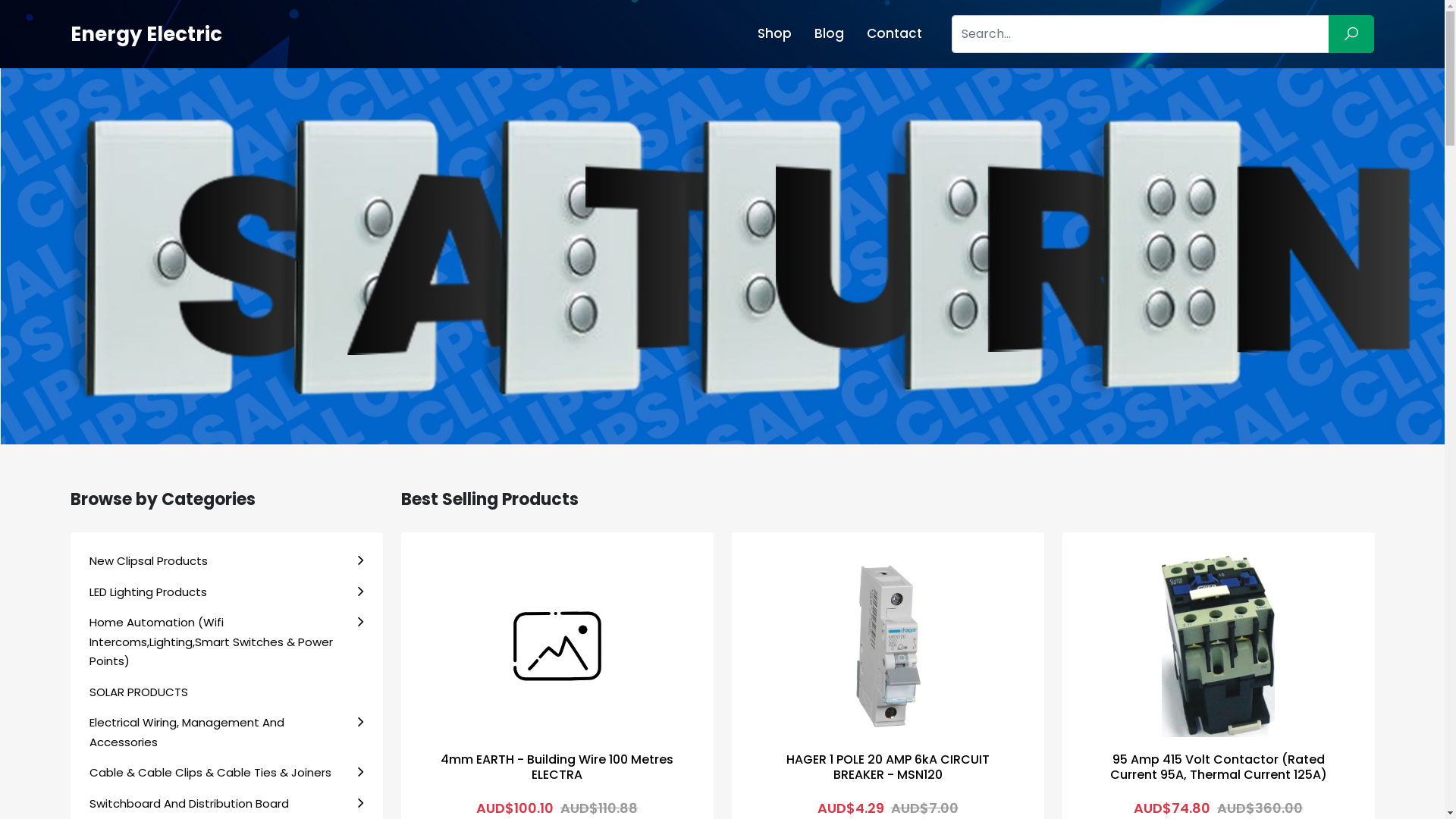 The image size is (1456, 819). Describe the element at coordinates (887, 766) in the screenshot. I see `'HAGER 1 POLE 20 AMP 6kA CIRCUIT BREAKER - MSN120'` at that location.